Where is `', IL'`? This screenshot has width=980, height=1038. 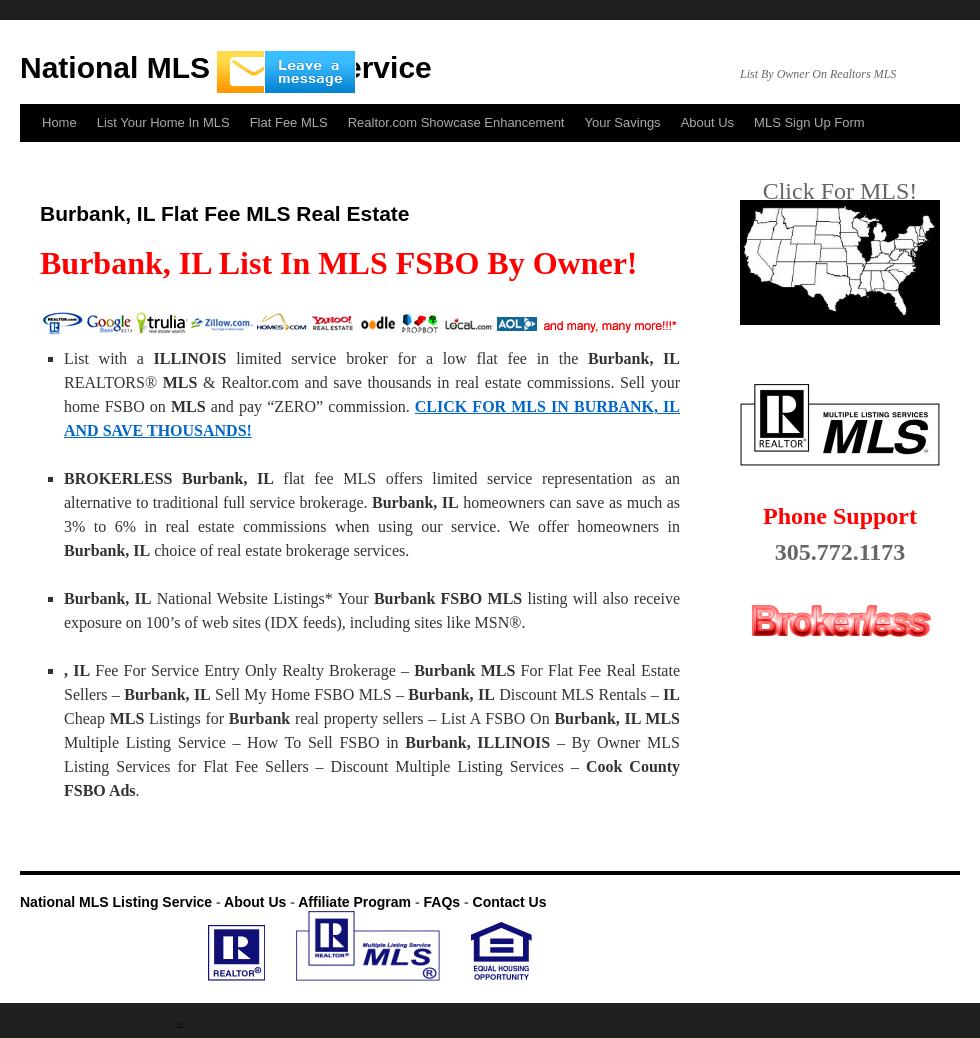
', IL' is located at coordinates (62, 669).